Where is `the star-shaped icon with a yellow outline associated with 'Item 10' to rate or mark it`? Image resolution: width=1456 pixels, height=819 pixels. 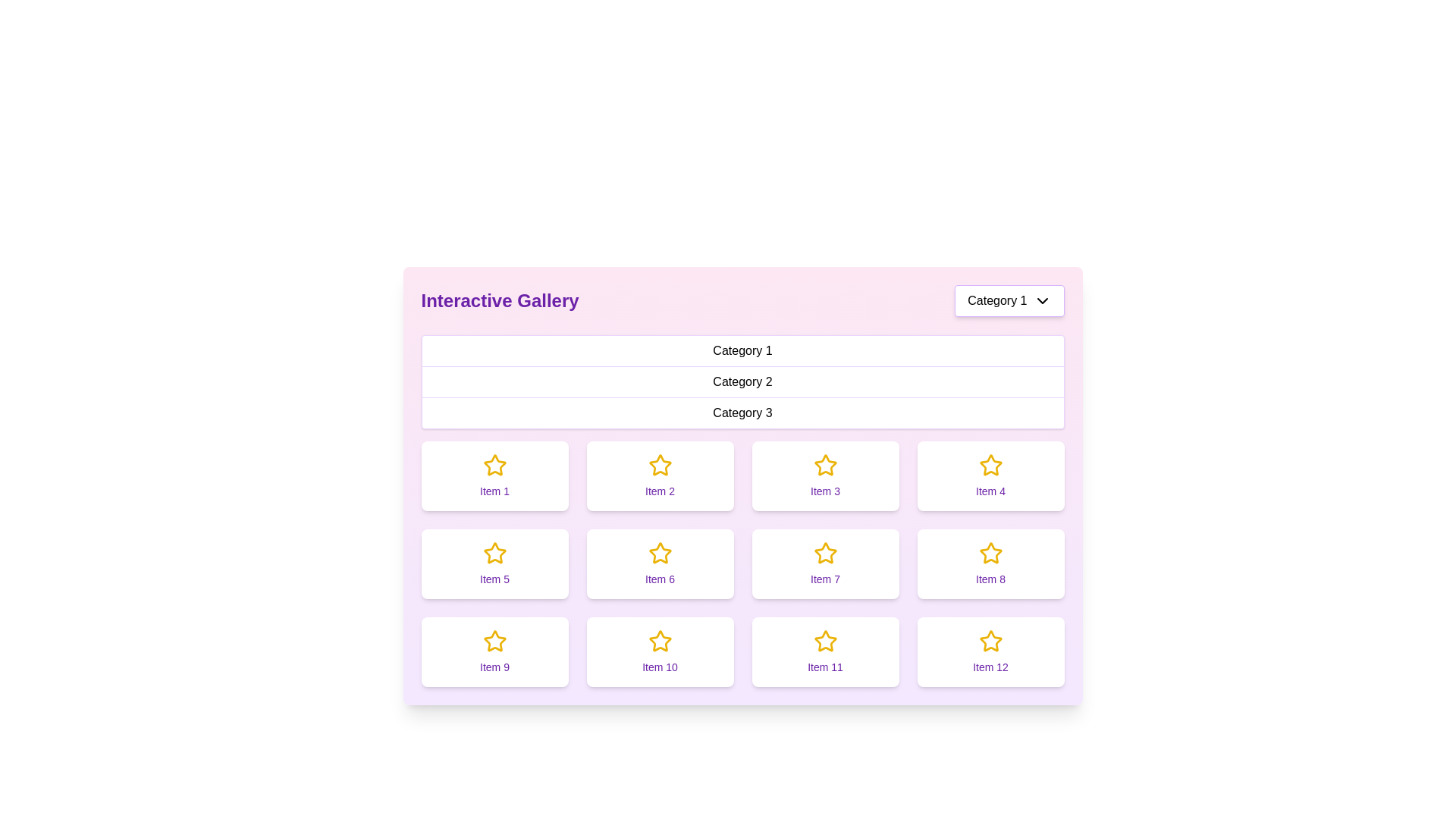 the star-shaped icon with a yellow outline associated with 'Item 10' to rate or mark it is located at coordinates (660, 641).